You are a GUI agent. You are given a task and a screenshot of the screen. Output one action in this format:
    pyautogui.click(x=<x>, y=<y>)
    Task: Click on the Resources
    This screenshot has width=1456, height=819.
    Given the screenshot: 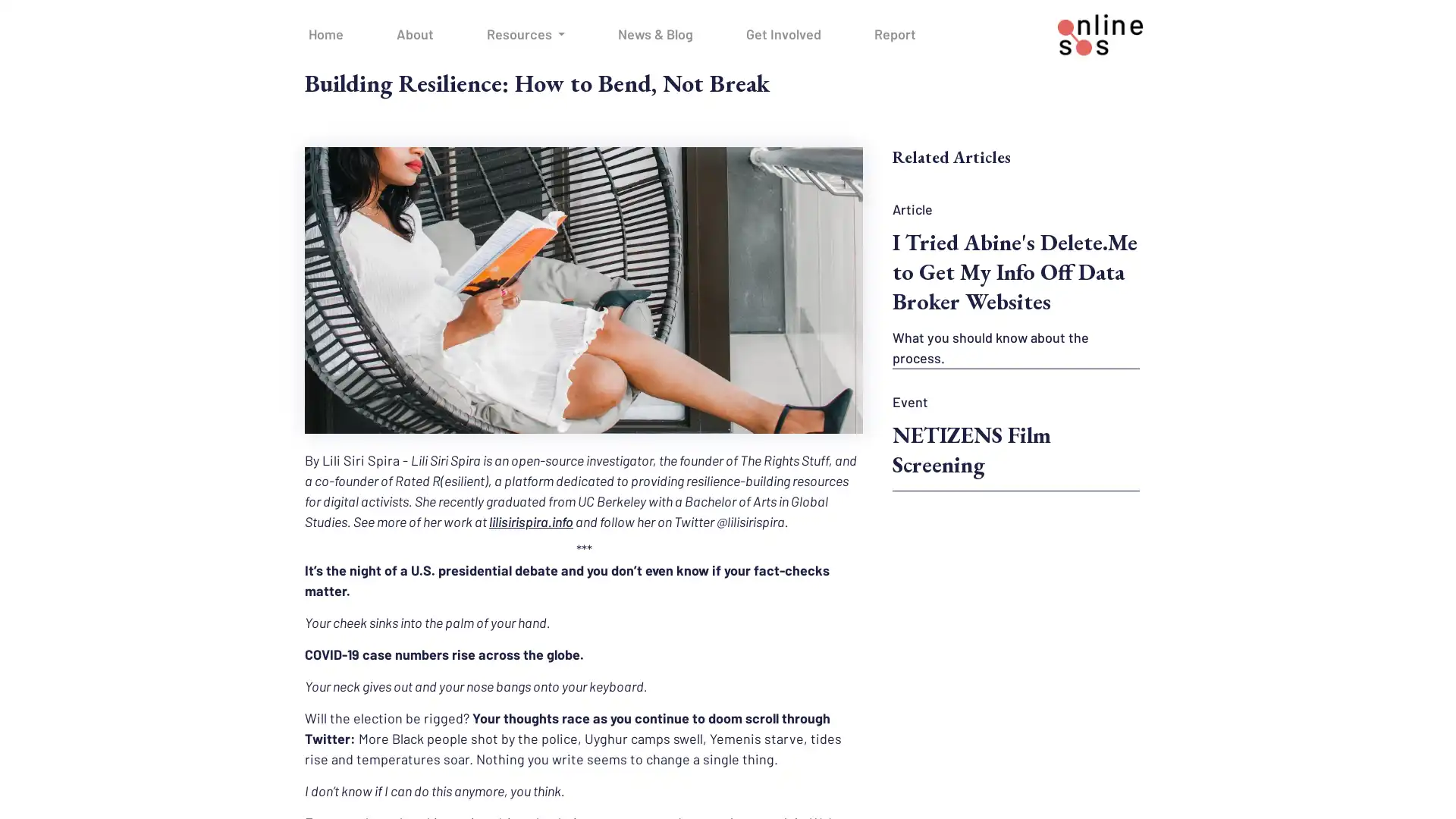 What is the action you would take?
    pyautogui.click(x=525, y=33)
    